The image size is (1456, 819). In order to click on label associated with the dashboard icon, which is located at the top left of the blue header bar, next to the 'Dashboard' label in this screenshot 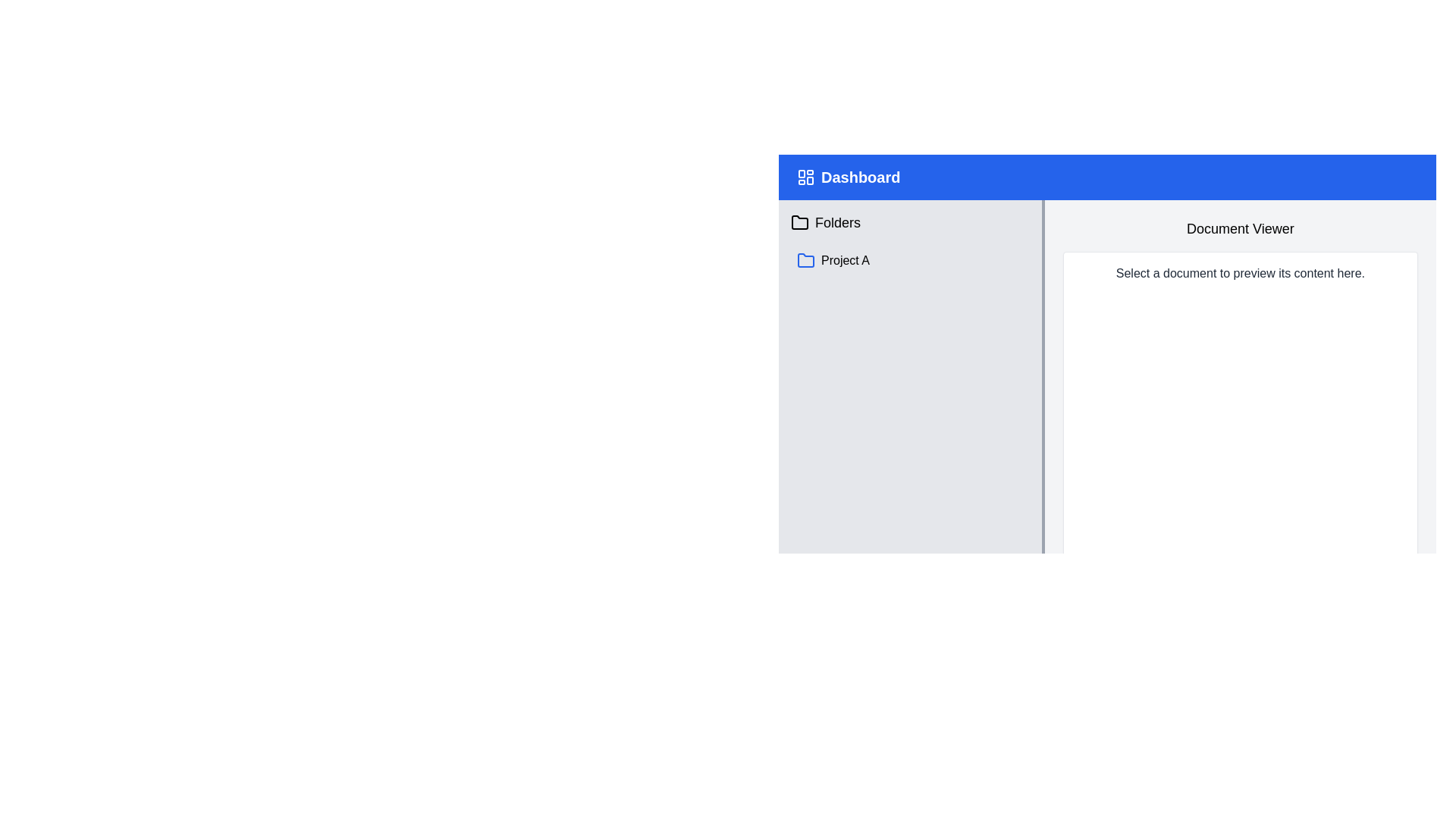, I will do `click(805, 177)`.